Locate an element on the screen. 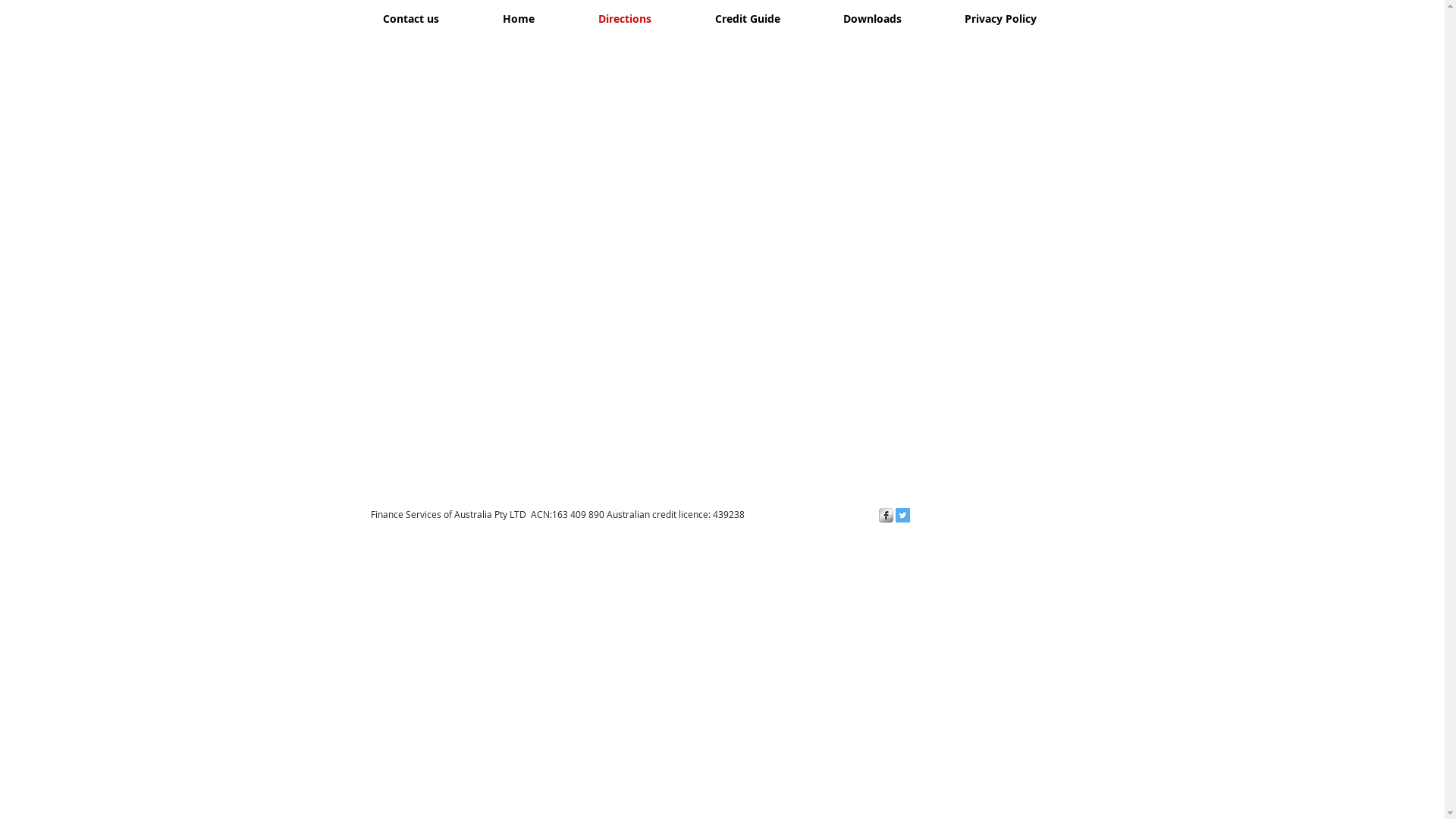  'Downloads' is located at coordinates (872, 18).